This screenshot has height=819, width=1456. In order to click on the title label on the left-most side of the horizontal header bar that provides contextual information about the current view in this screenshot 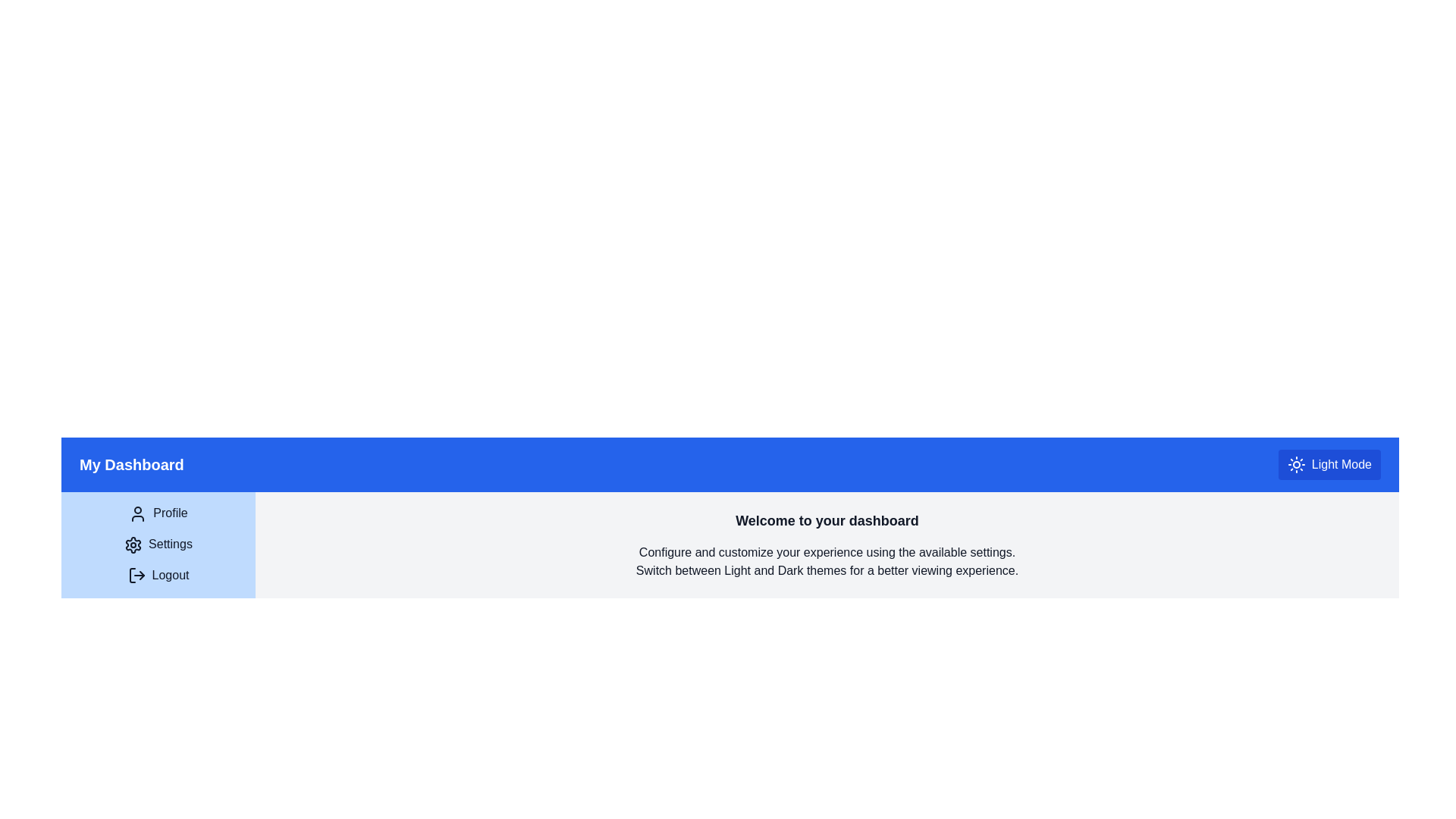, I will do `click(131, 464)`.